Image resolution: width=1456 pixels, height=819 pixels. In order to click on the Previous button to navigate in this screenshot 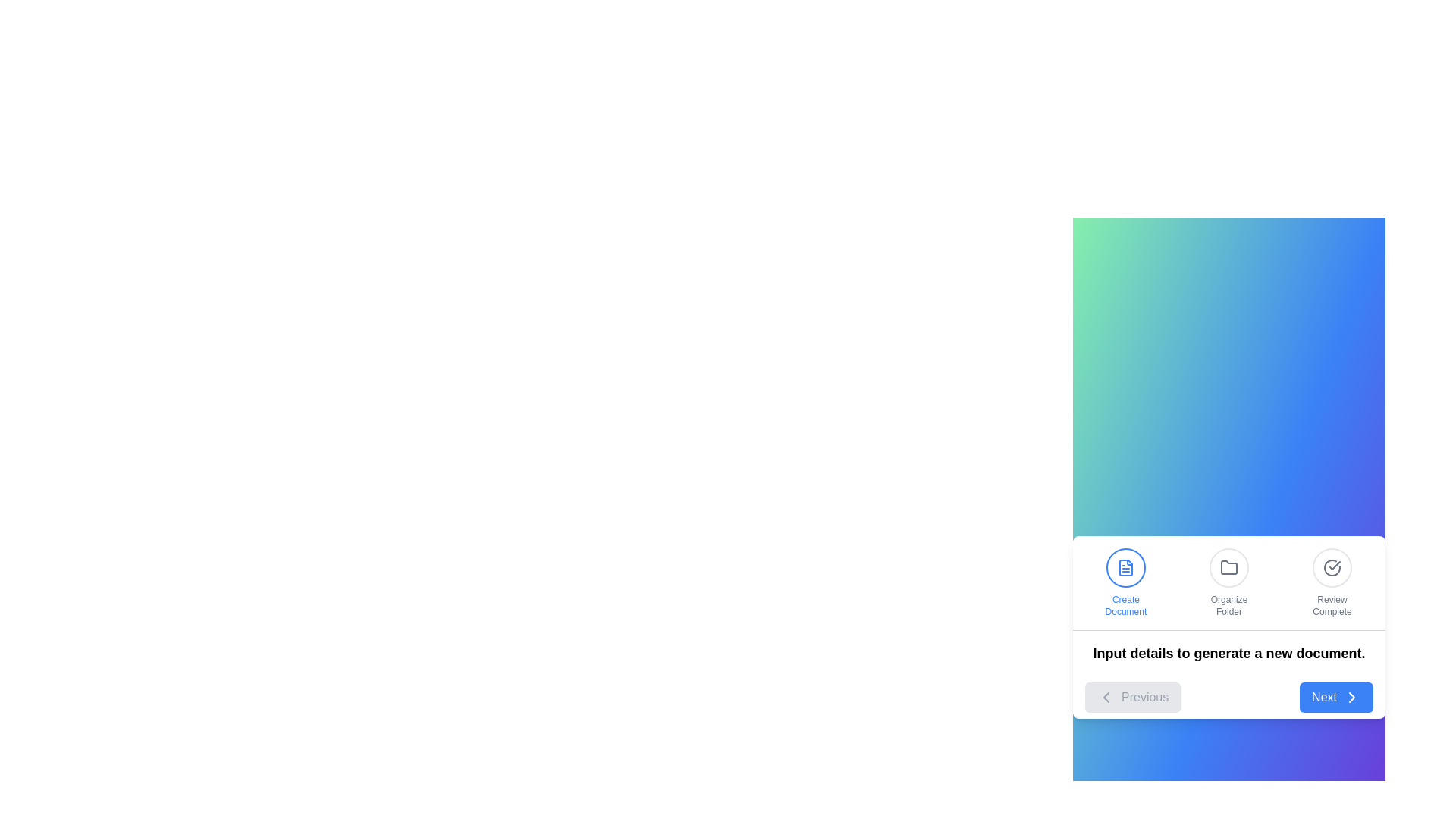, I will do `click(1133, 697)`.